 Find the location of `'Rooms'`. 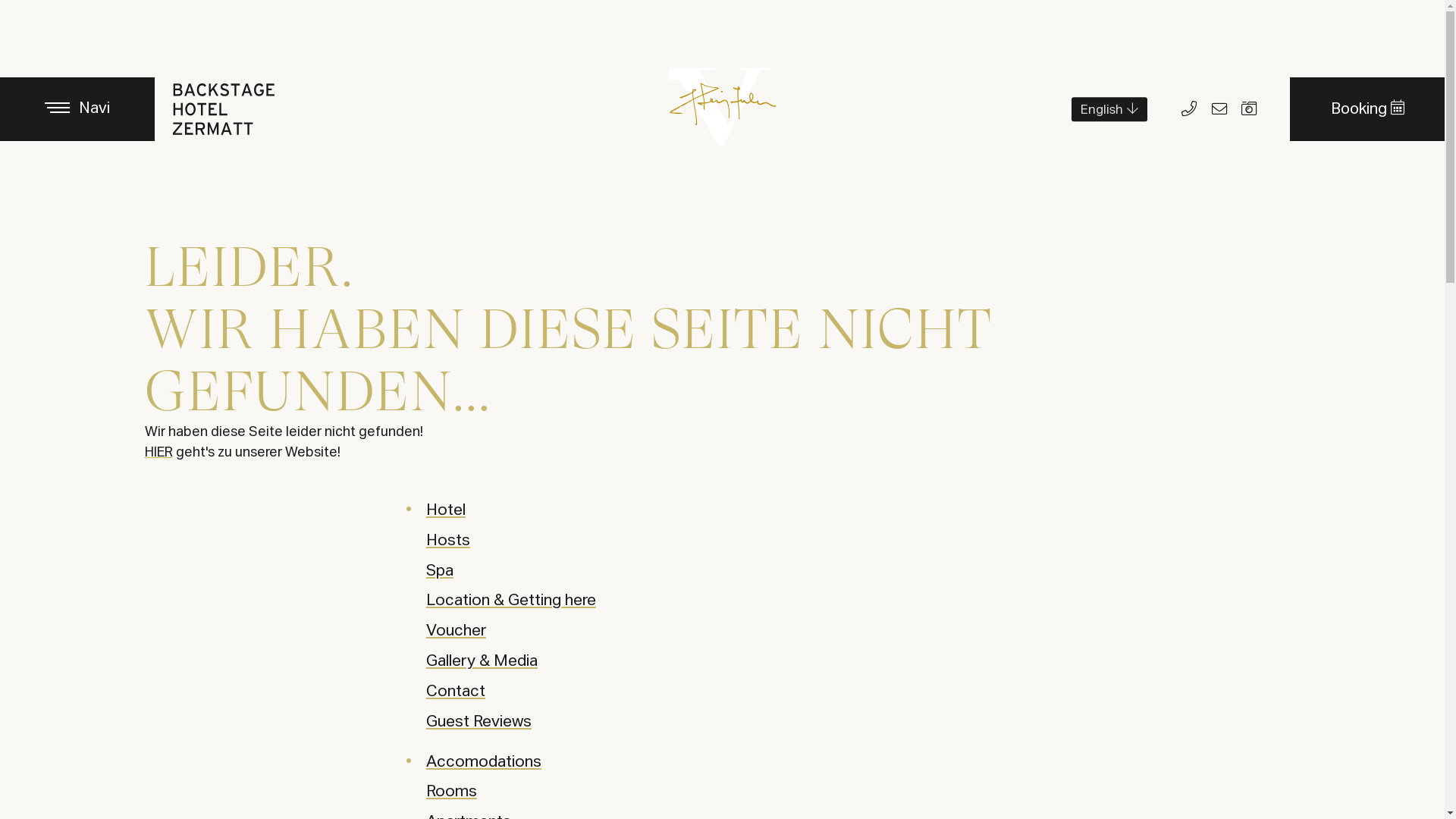

'Rooms' is located at coordinates (450, 791).